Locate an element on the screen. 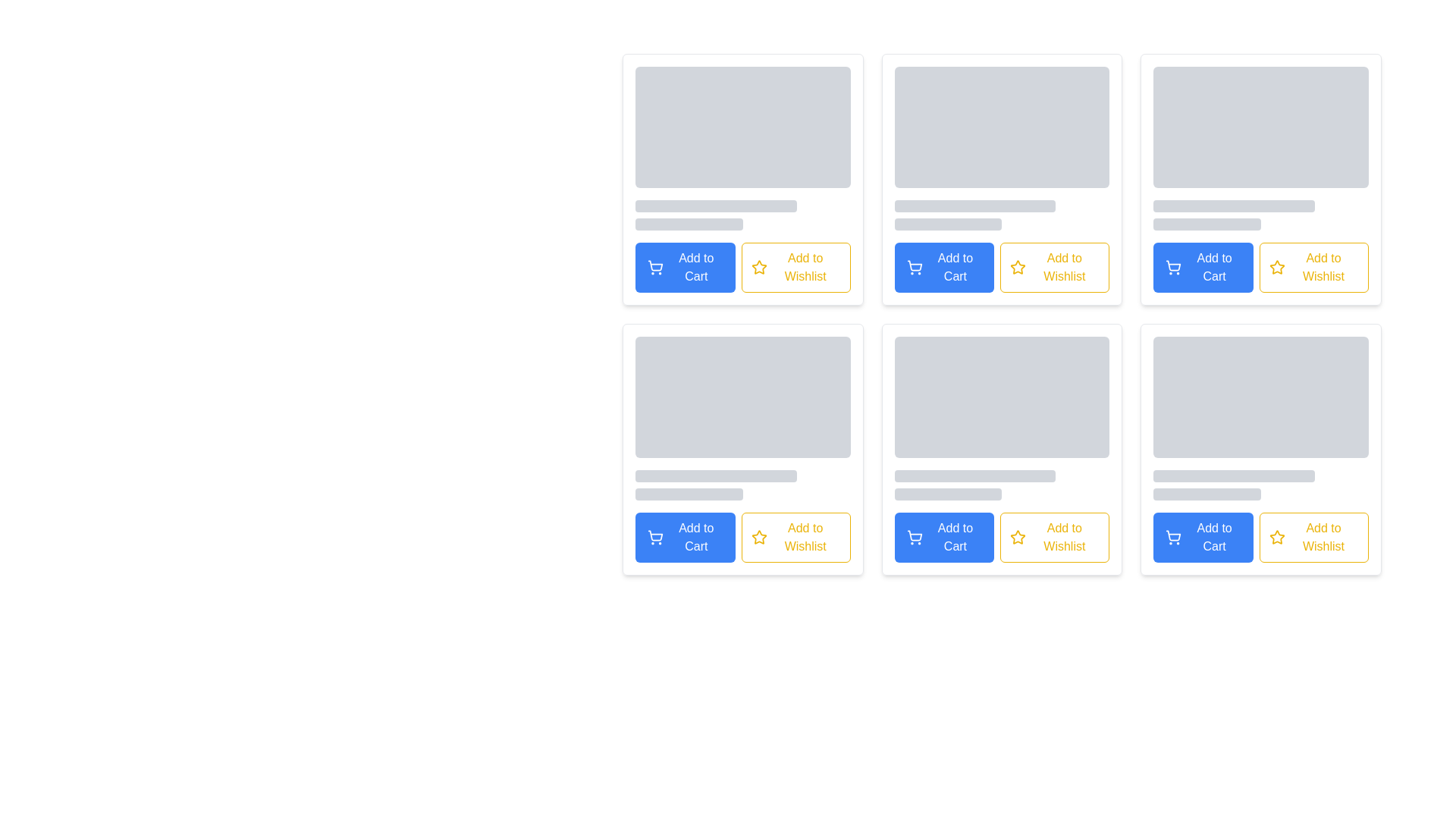  the rectangular Placeholder or Loading Indicator with a light gray background, located in the second row, first column of the grid, positioned above the 'Add to Cart' and 'Add to Wishlist' buttons is located at coordinates (742, 418).